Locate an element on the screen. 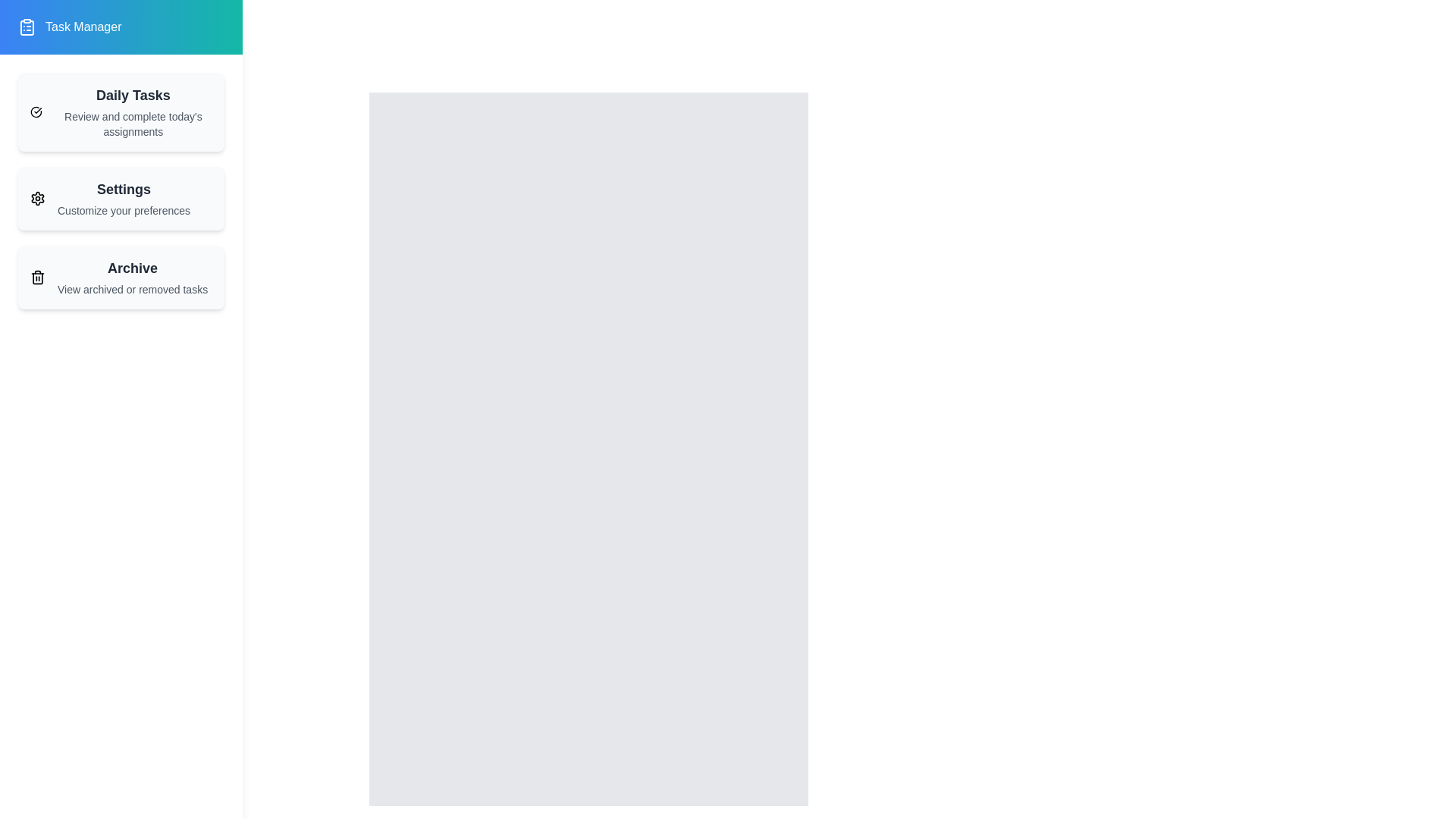 The height and width of the screenshot is (819, 1456). the 'Archive' item in the TaskManagementDrawer is located at coordinates (120, 278).